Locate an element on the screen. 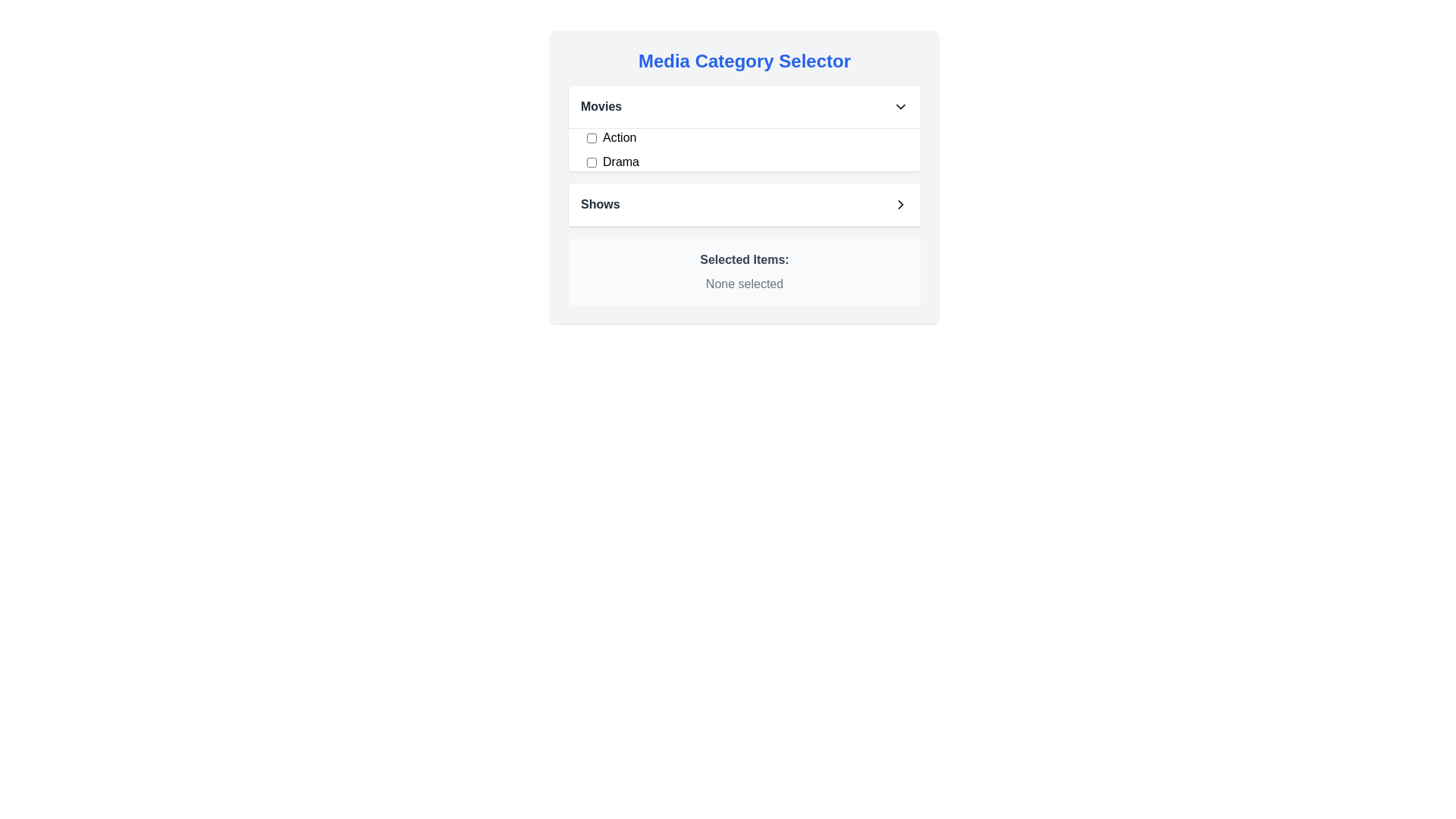 The width and height of the screenshot is (1456, 819). the 'Selected Items' label that introduces the section above the 'None selected' text in the white card interface is located at coordinates (745, 259).